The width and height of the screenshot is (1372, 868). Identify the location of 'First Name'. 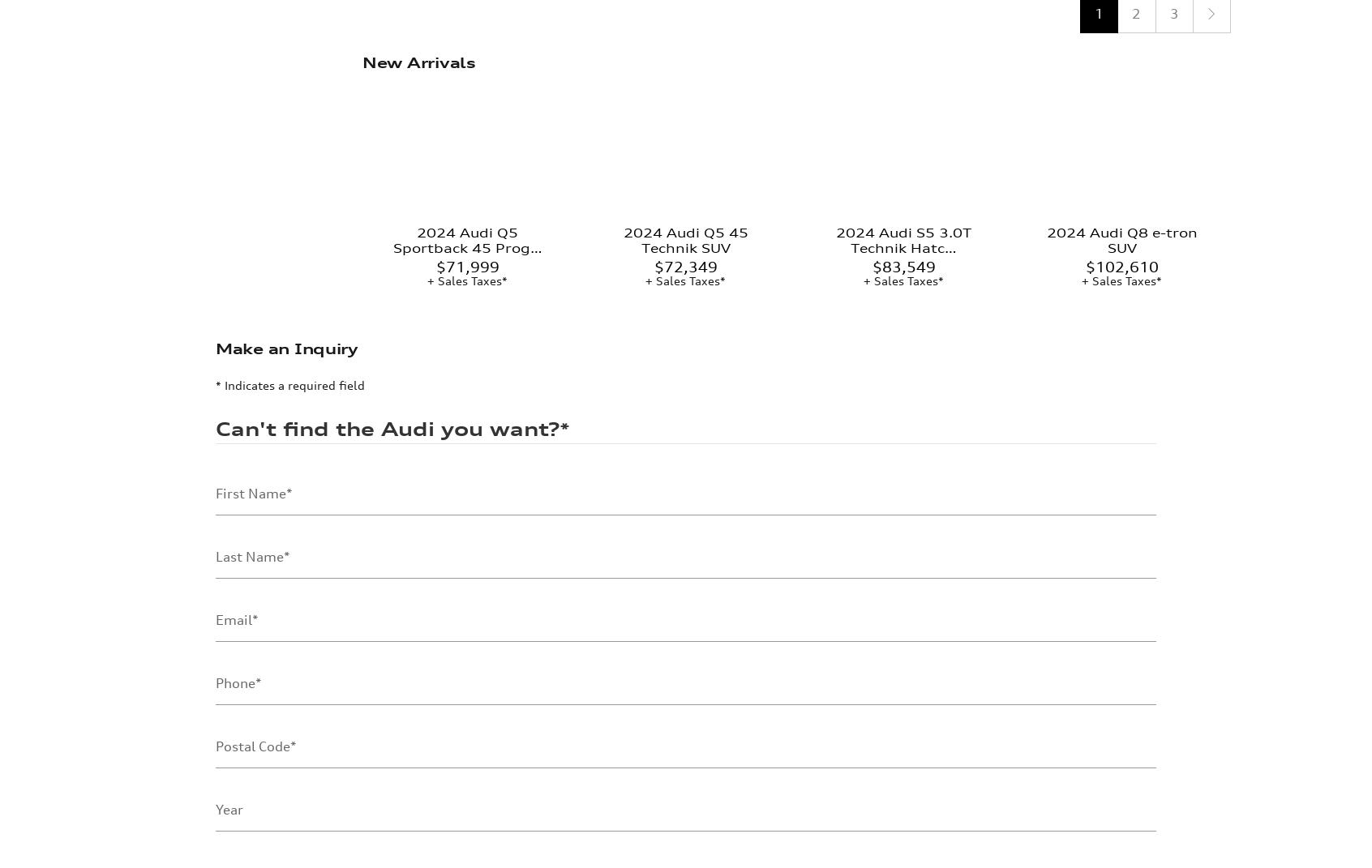
(250, 362).